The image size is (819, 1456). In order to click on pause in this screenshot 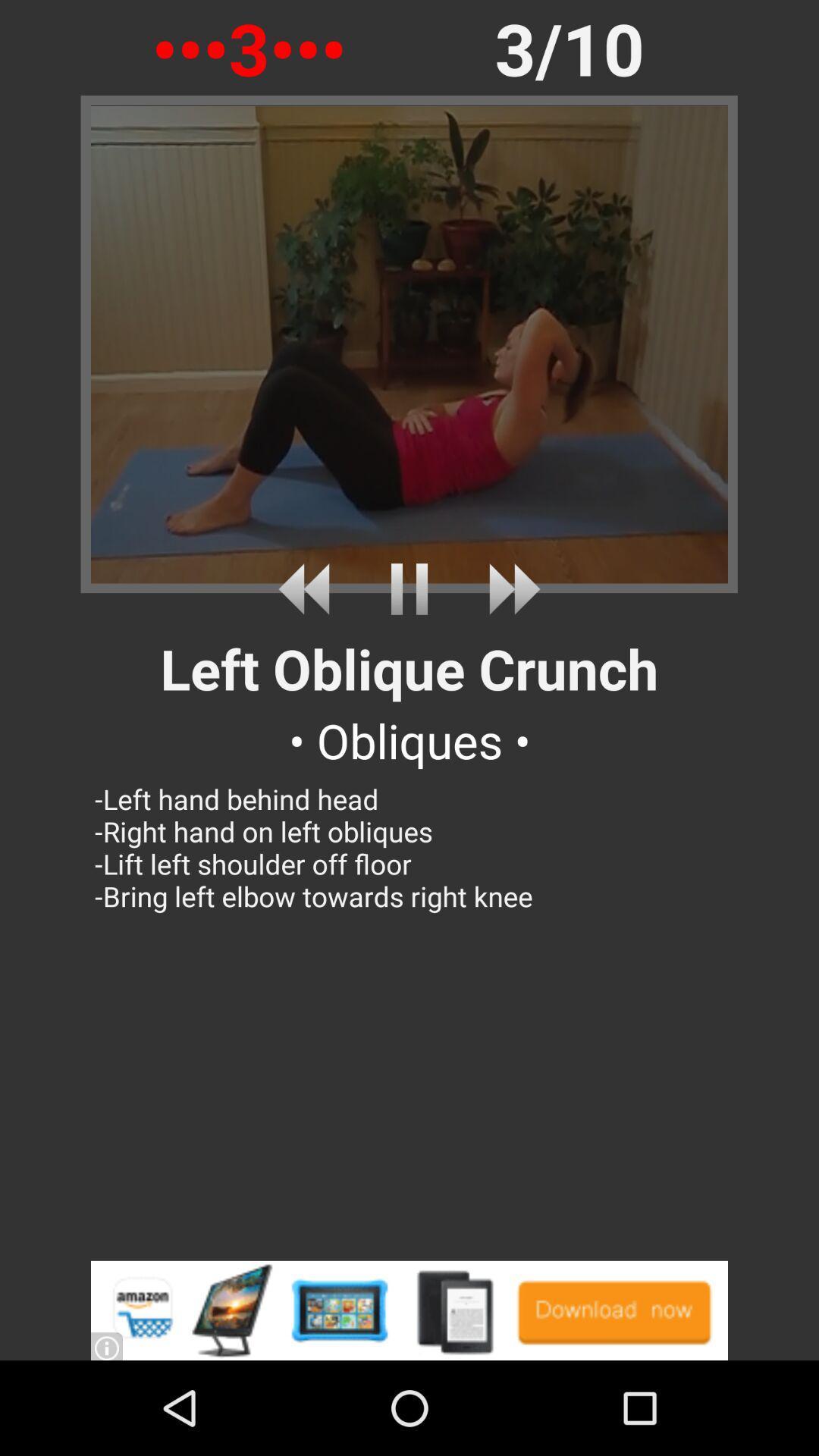, I will do `click(409, 588)`.